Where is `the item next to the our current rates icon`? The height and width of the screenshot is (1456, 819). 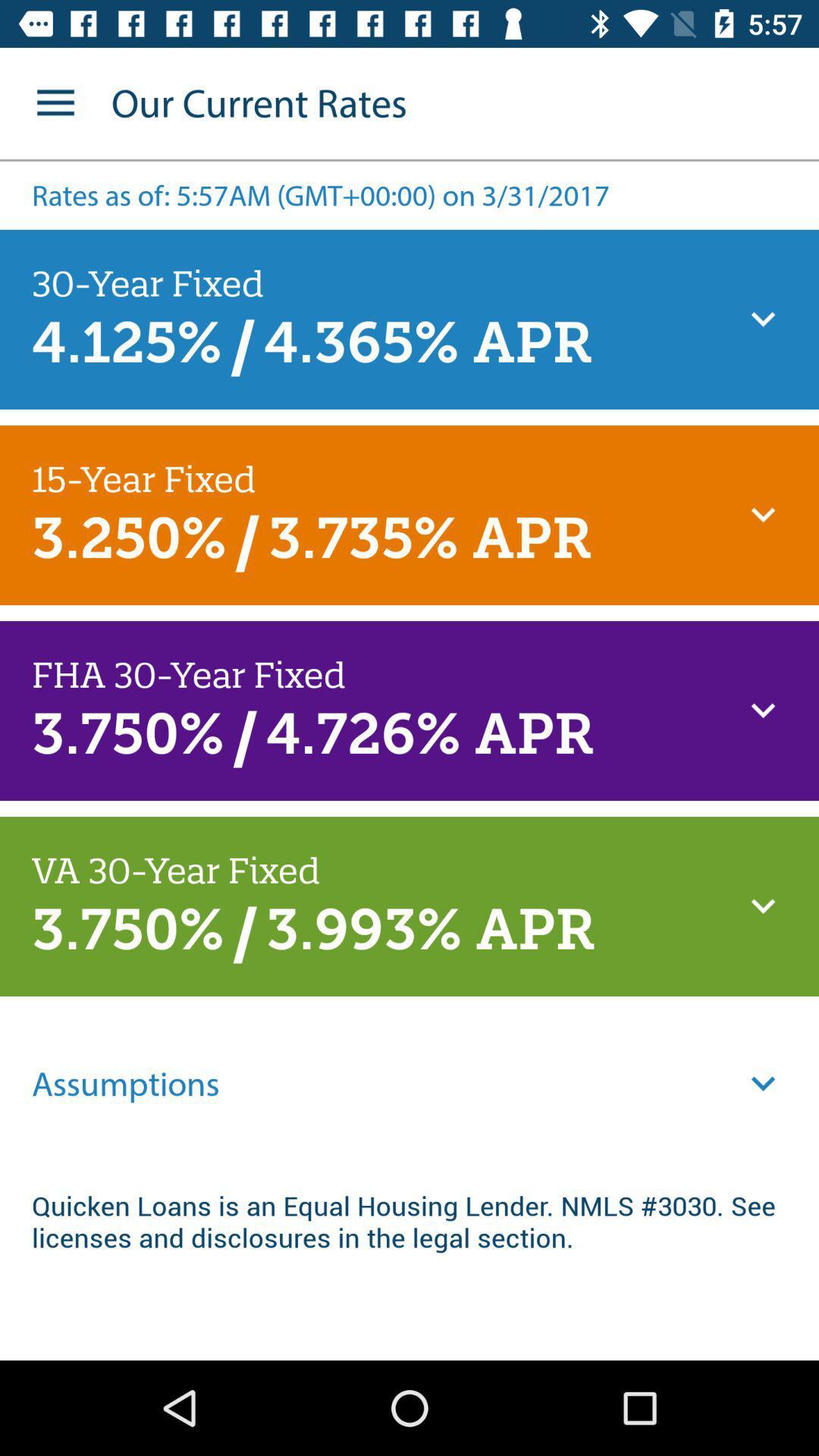 the item next to the our current rates icon is located at coordinates (55, 102).